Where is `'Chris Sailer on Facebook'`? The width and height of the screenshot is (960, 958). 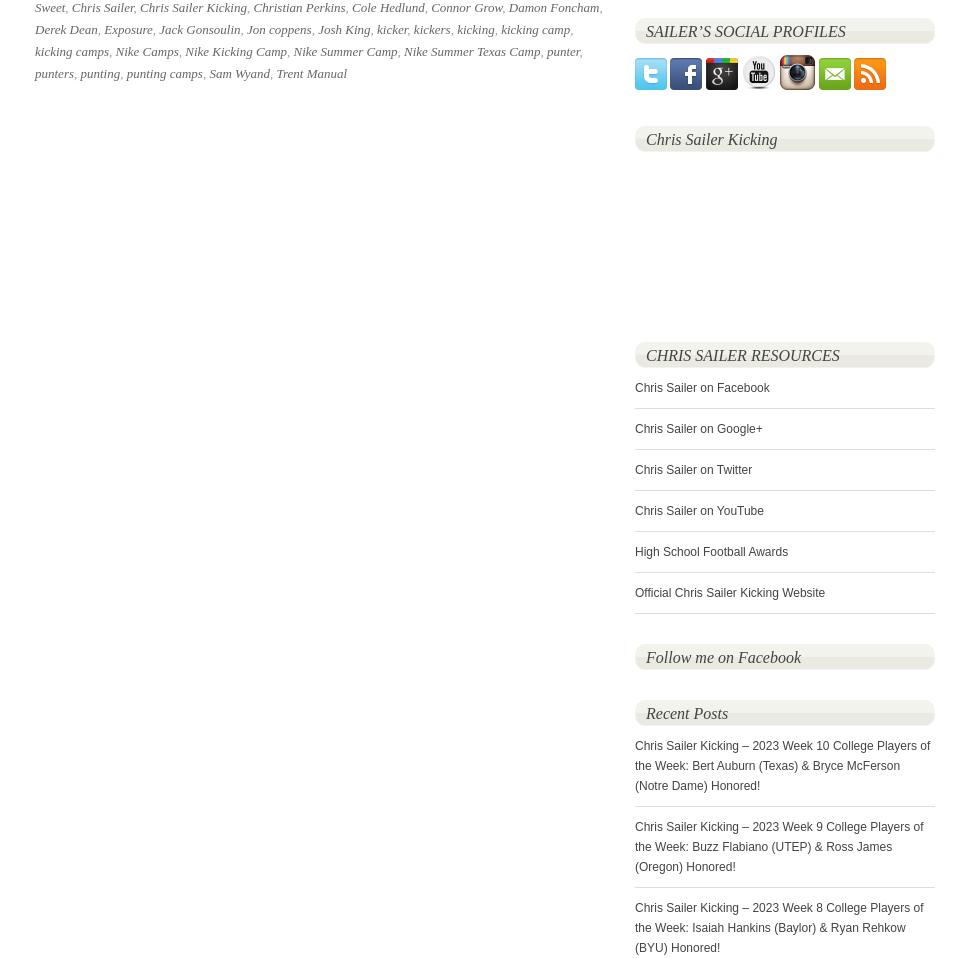 'Chris Sailer on Facebook' is located at coordinates (701, 386).